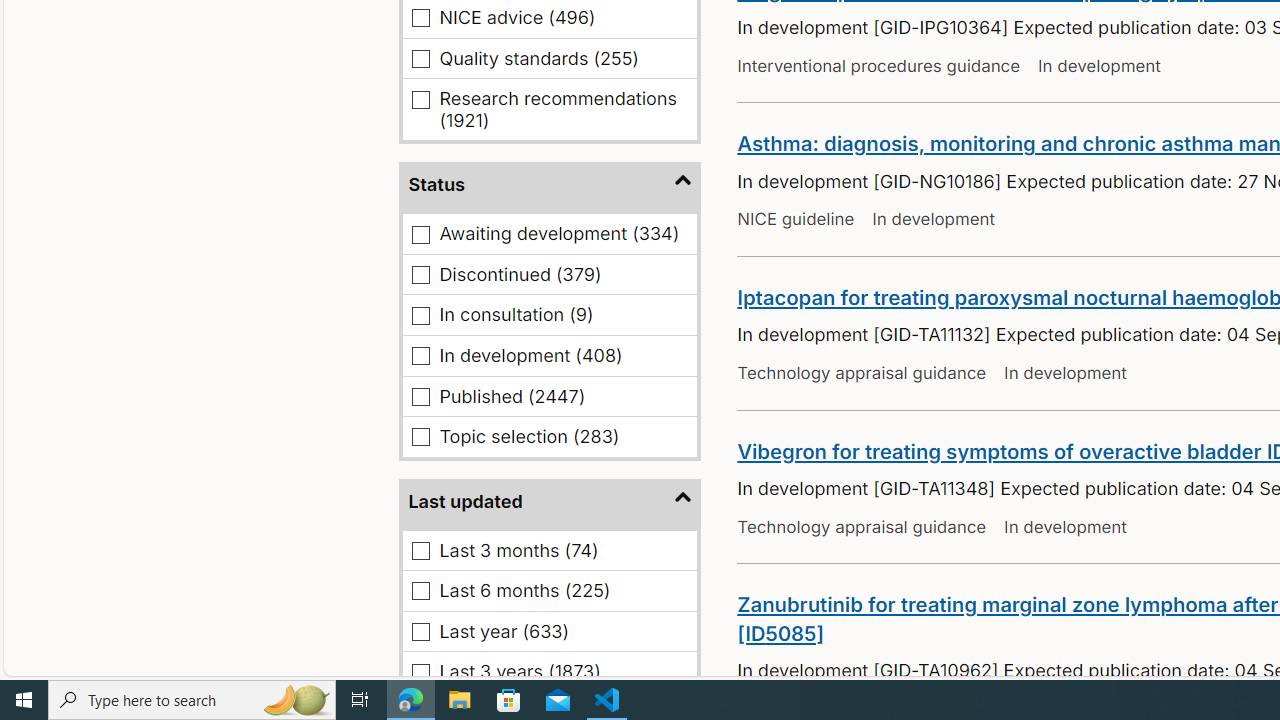 This screenshot has width=1280, height=720. I want to click on 'Discontinued (379)', so click(420, 275).